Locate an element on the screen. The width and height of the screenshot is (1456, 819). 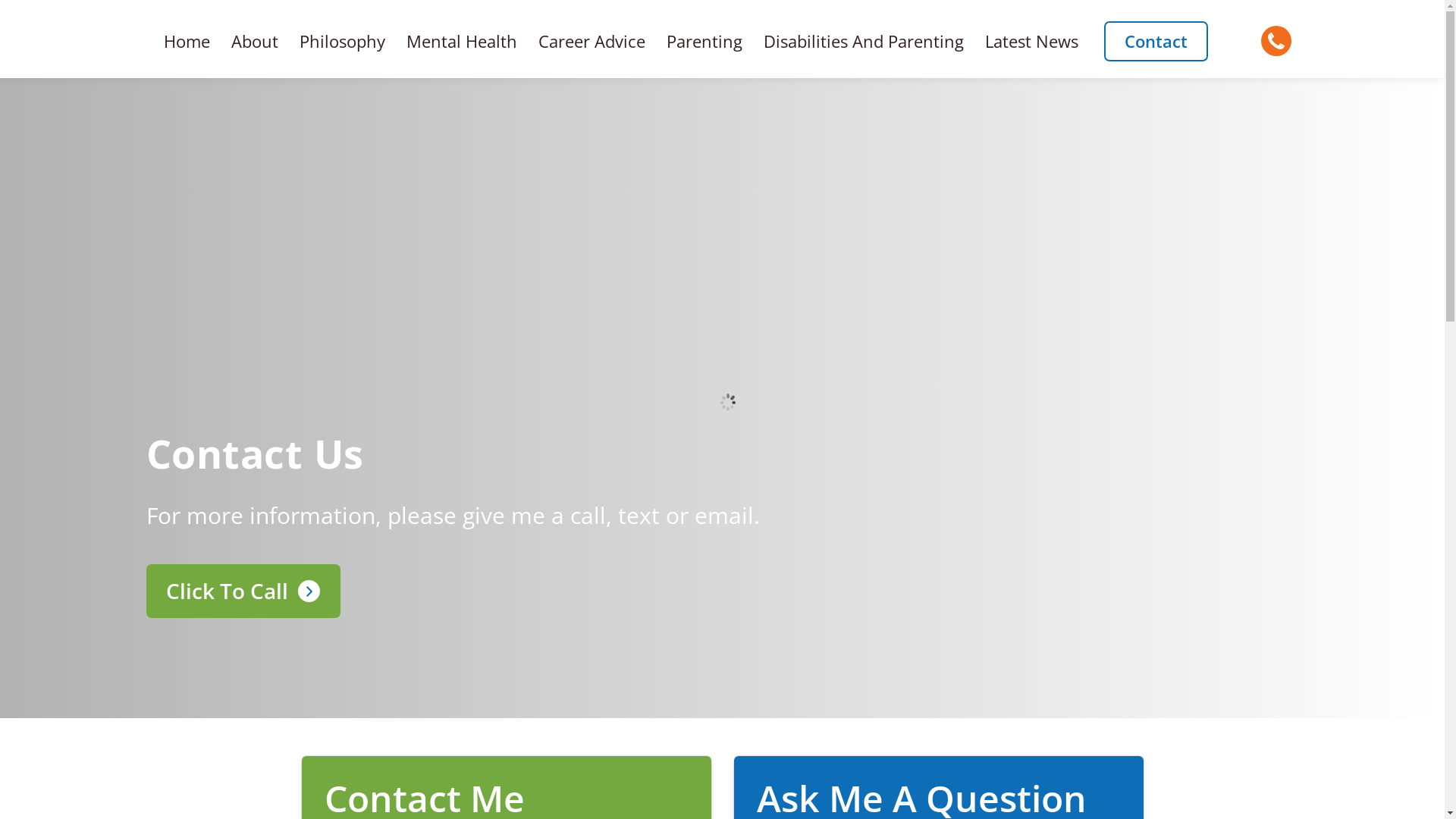
'Philosophy' is located at coordinates (288, 40).